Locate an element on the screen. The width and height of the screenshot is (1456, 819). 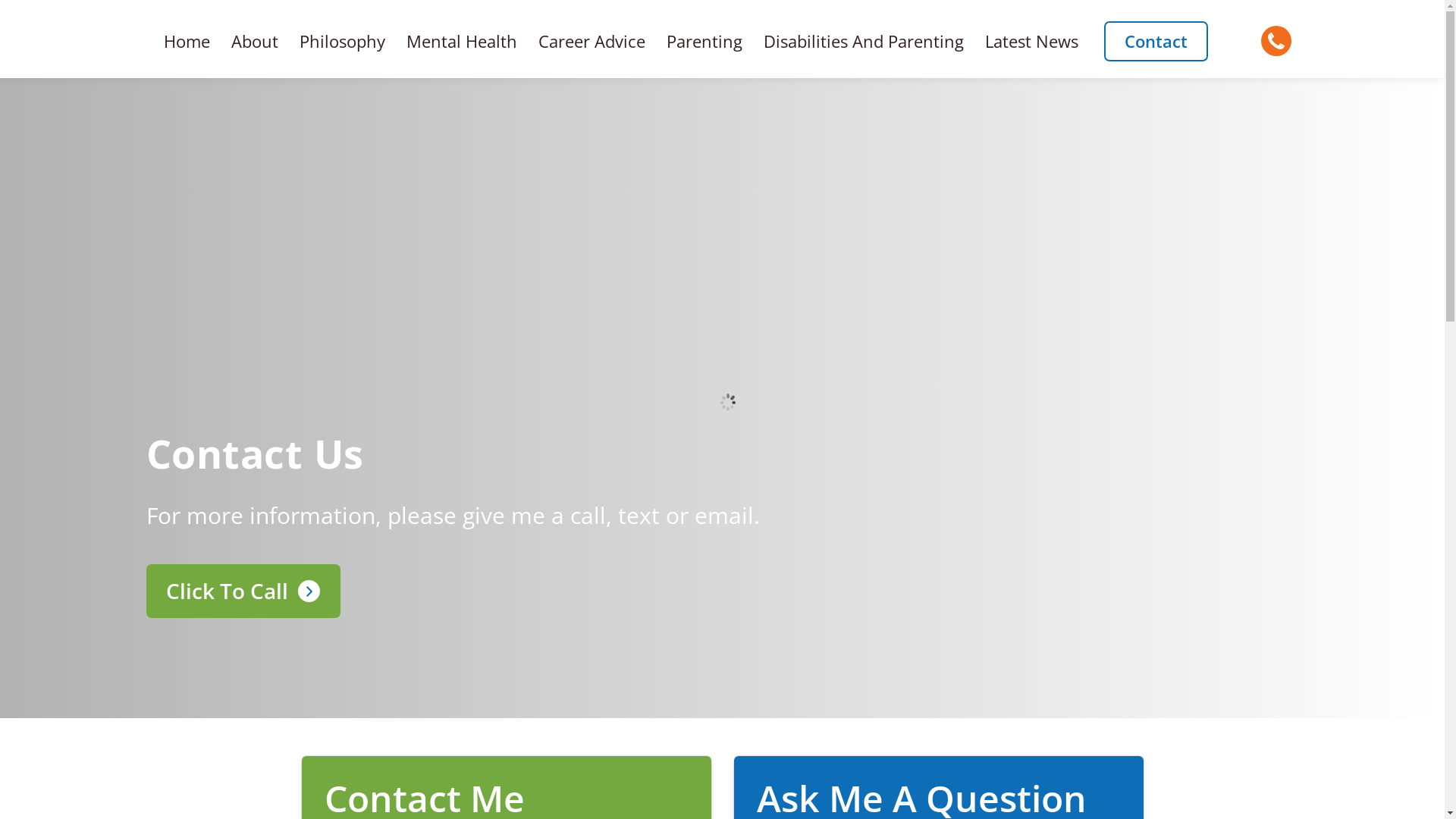
'Philosophy' is located at coordinates (288, 40).